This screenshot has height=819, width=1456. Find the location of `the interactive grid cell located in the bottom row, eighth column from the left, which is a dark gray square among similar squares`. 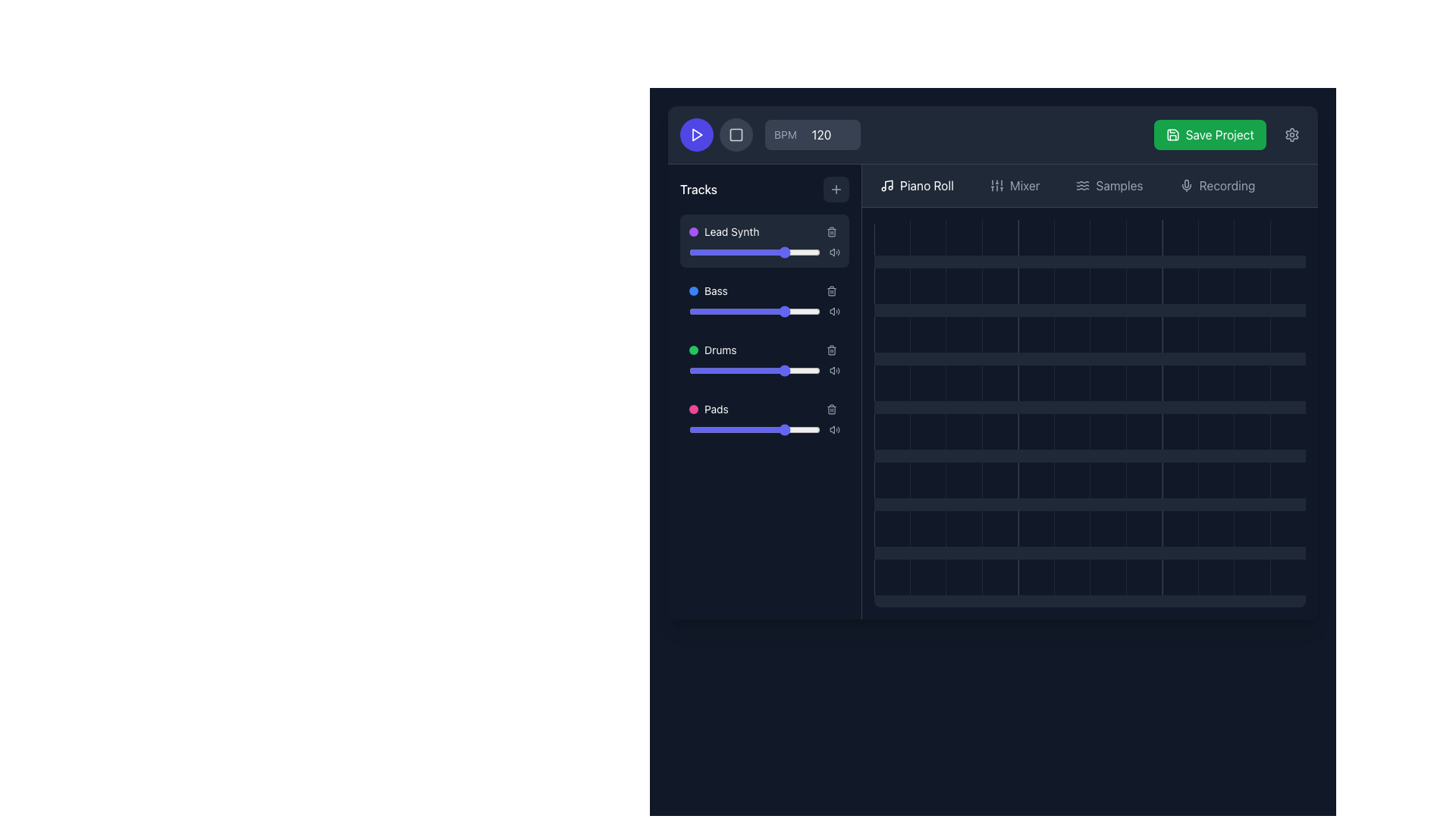

the interactive grid cell located in the bottom row, eighth column from the left, which is a dark gray square among similar squares is located at coordinates (1144, 577).